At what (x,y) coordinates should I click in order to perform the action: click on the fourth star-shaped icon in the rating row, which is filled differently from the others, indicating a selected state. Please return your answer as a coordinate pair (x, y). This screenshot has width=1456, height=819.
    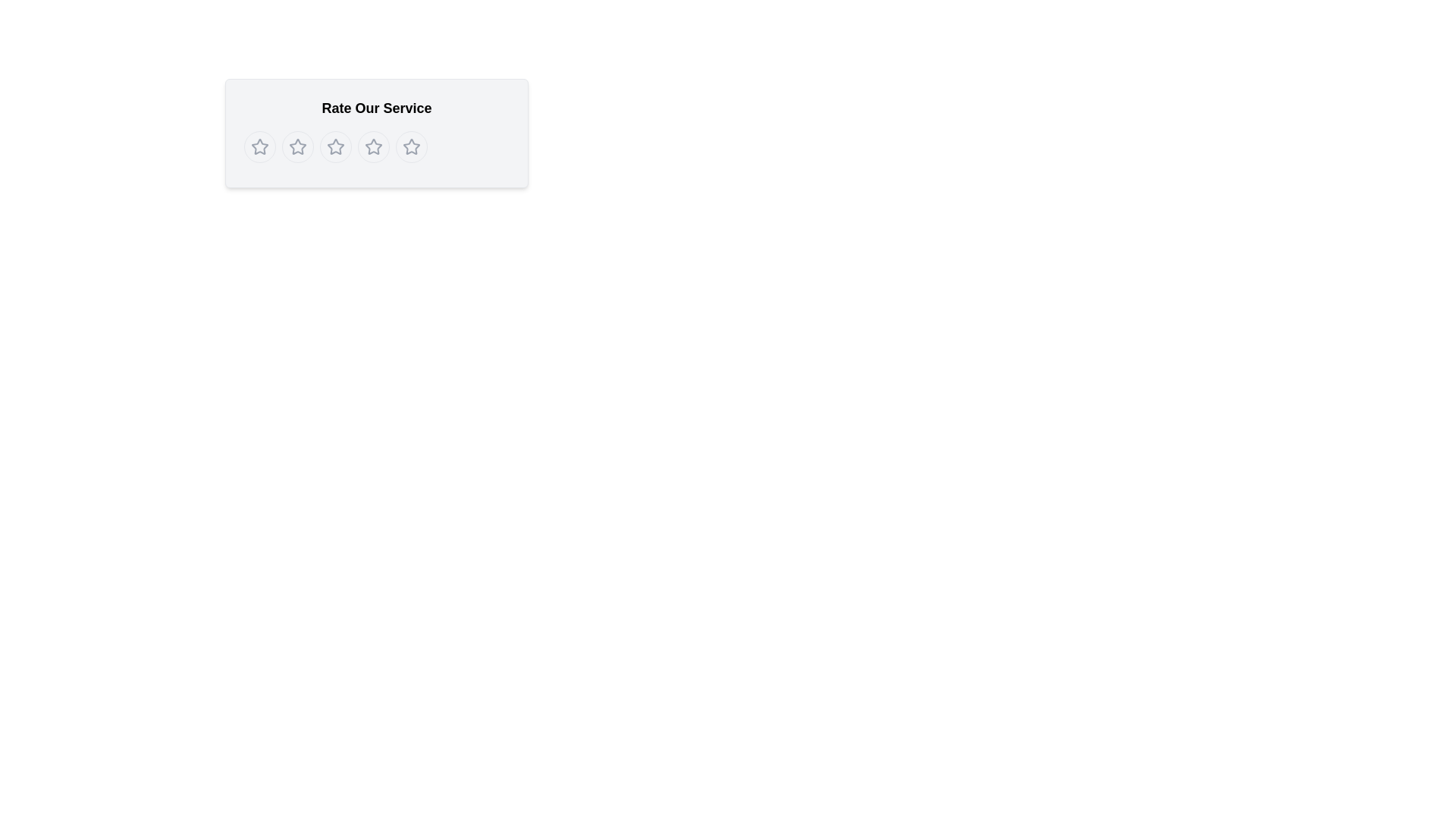
    Looking at the image, I should click on (374, 146).